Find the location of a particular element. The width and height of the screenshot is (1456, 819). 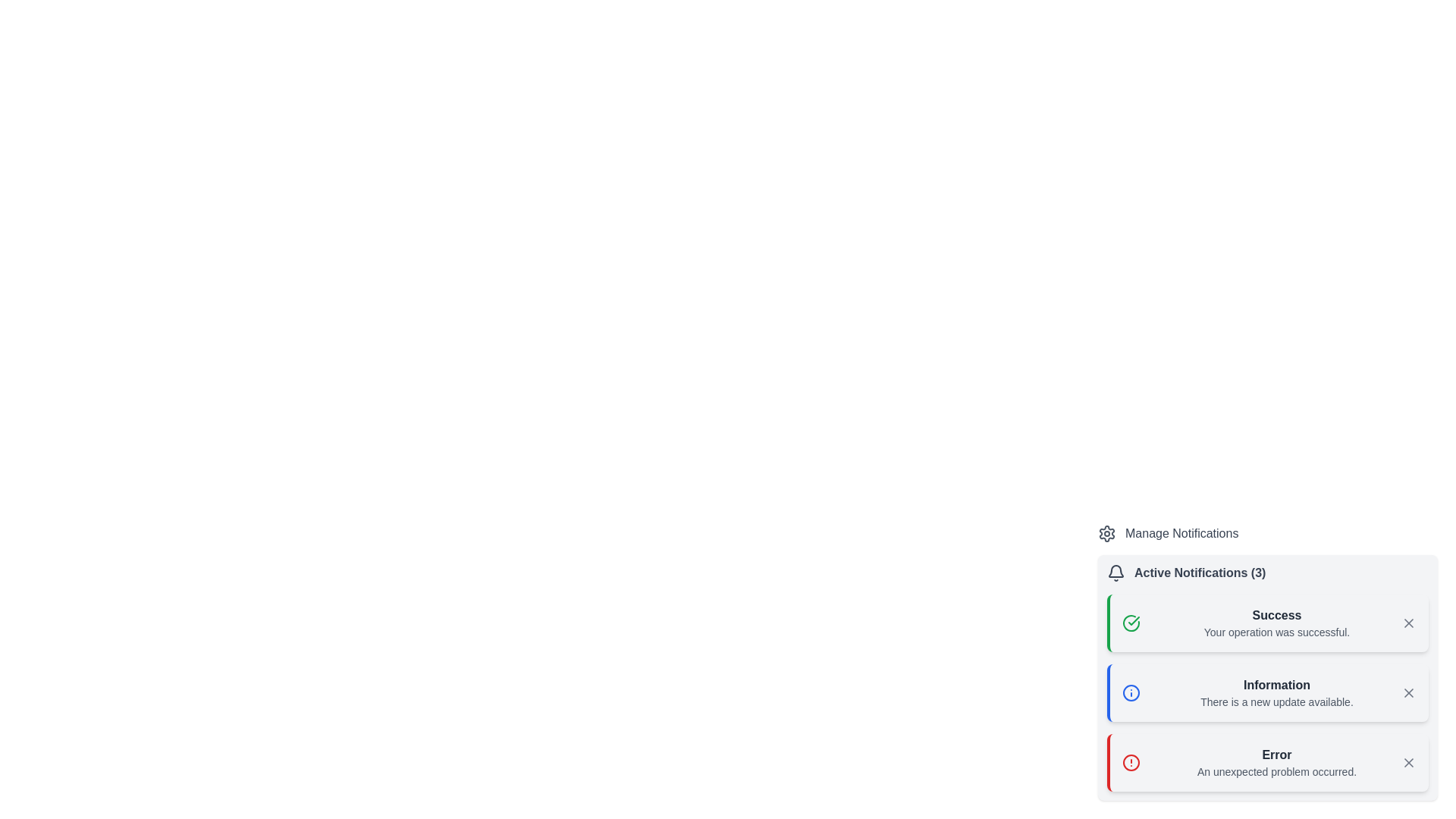

the informational notification icon located at the start of the 'Information' notification card, before the title and text description is located at coordinates (1131, 693).